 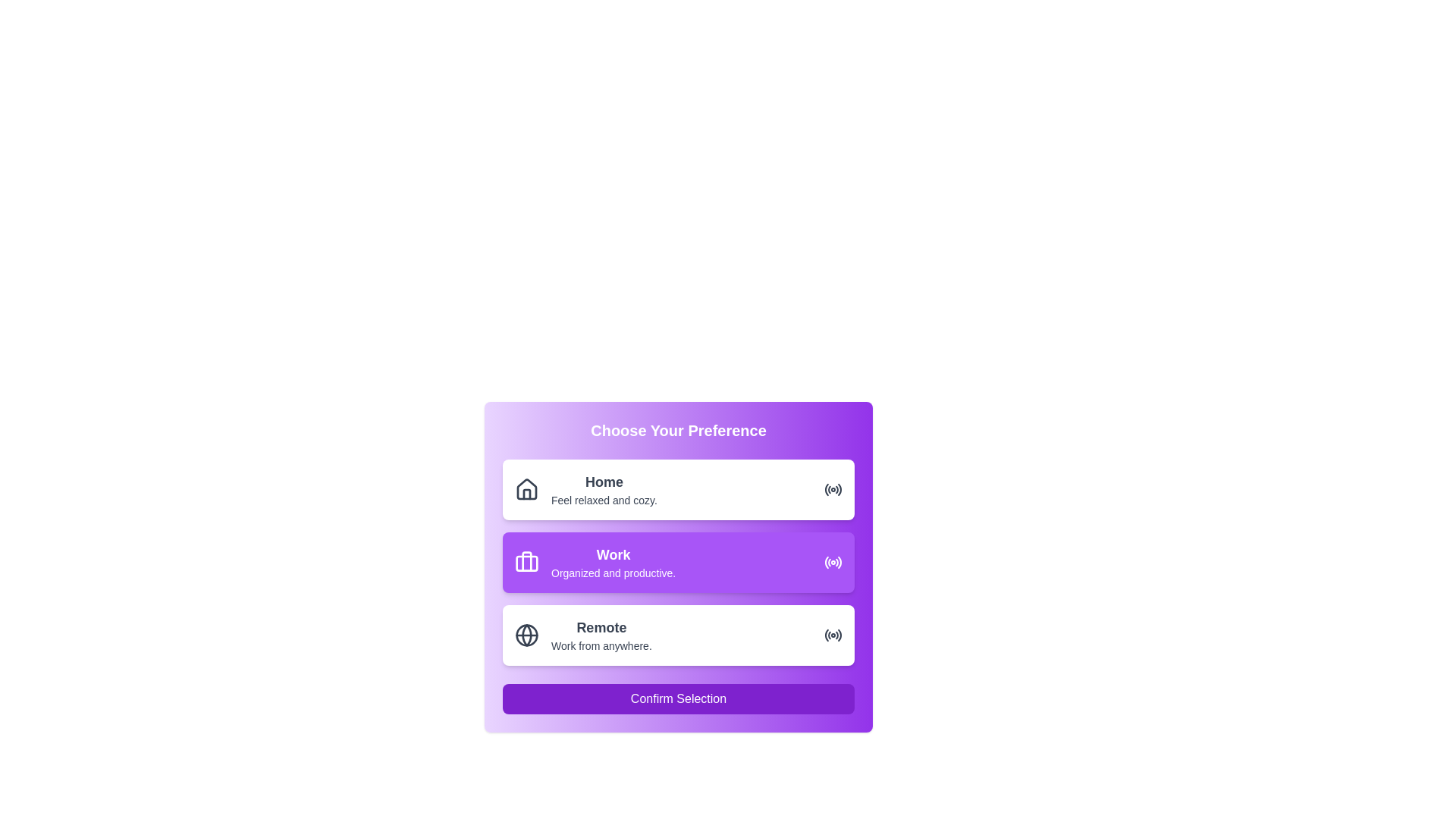 What do you see at coordinates (601, 628) in the screenshot?
I see `the static text label 'Remote', which is bold and larger than surrounding content, positioned above 'Work from anywhere' and next to a globe icon` at bounding box center [601, 628].